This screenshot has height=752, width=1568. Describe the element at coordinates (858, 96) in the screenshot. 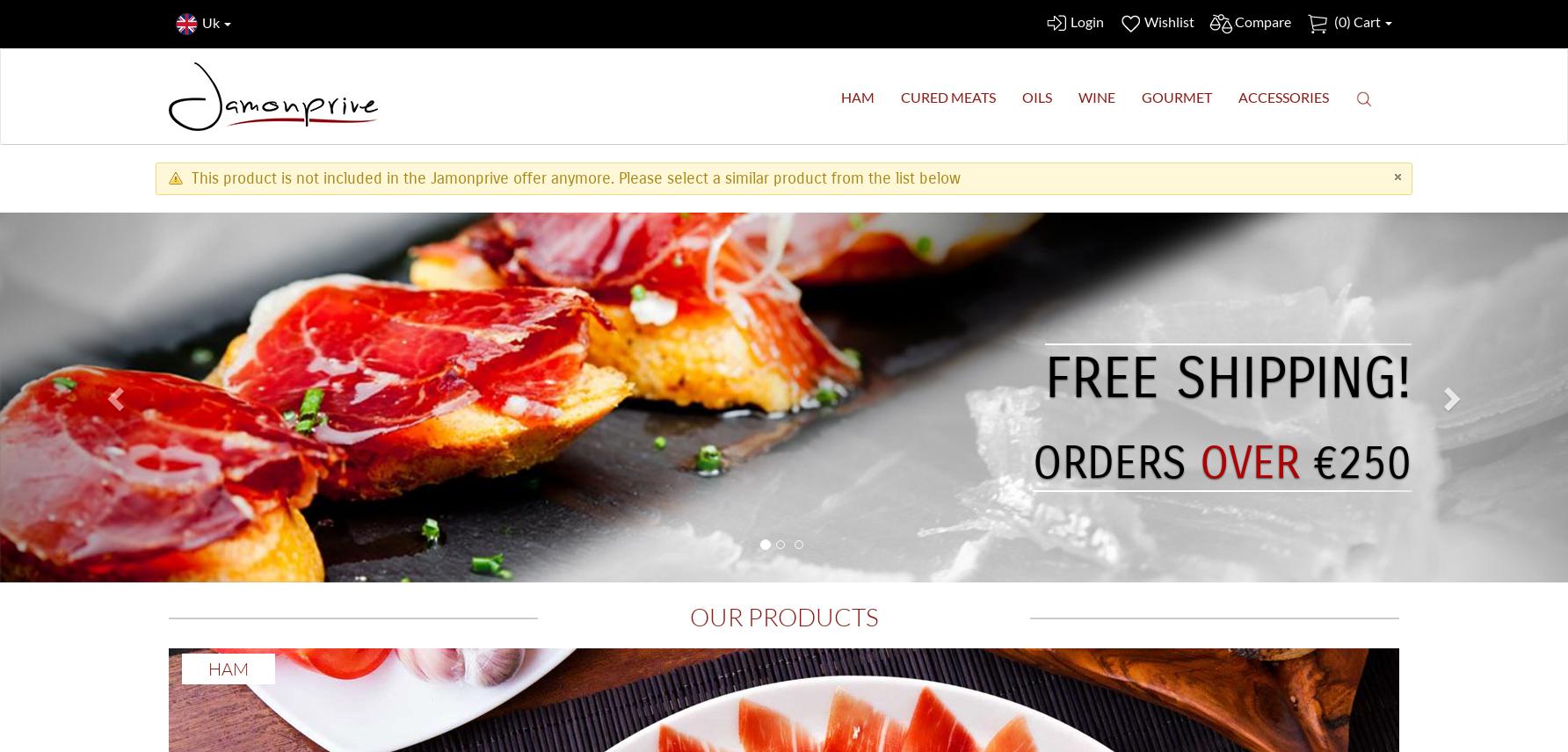

I see `'HAM'` at that location.